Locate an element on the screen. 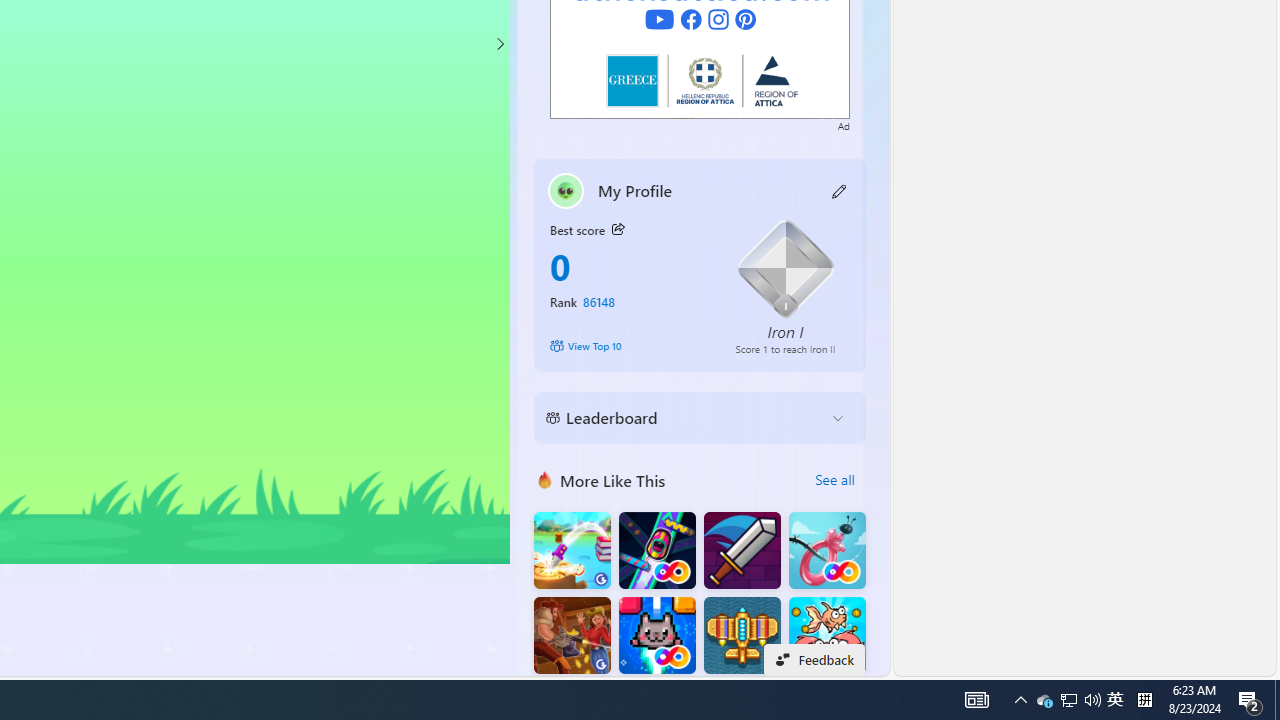  'Class: button edit-icon' is located at coordinates (839, 190).